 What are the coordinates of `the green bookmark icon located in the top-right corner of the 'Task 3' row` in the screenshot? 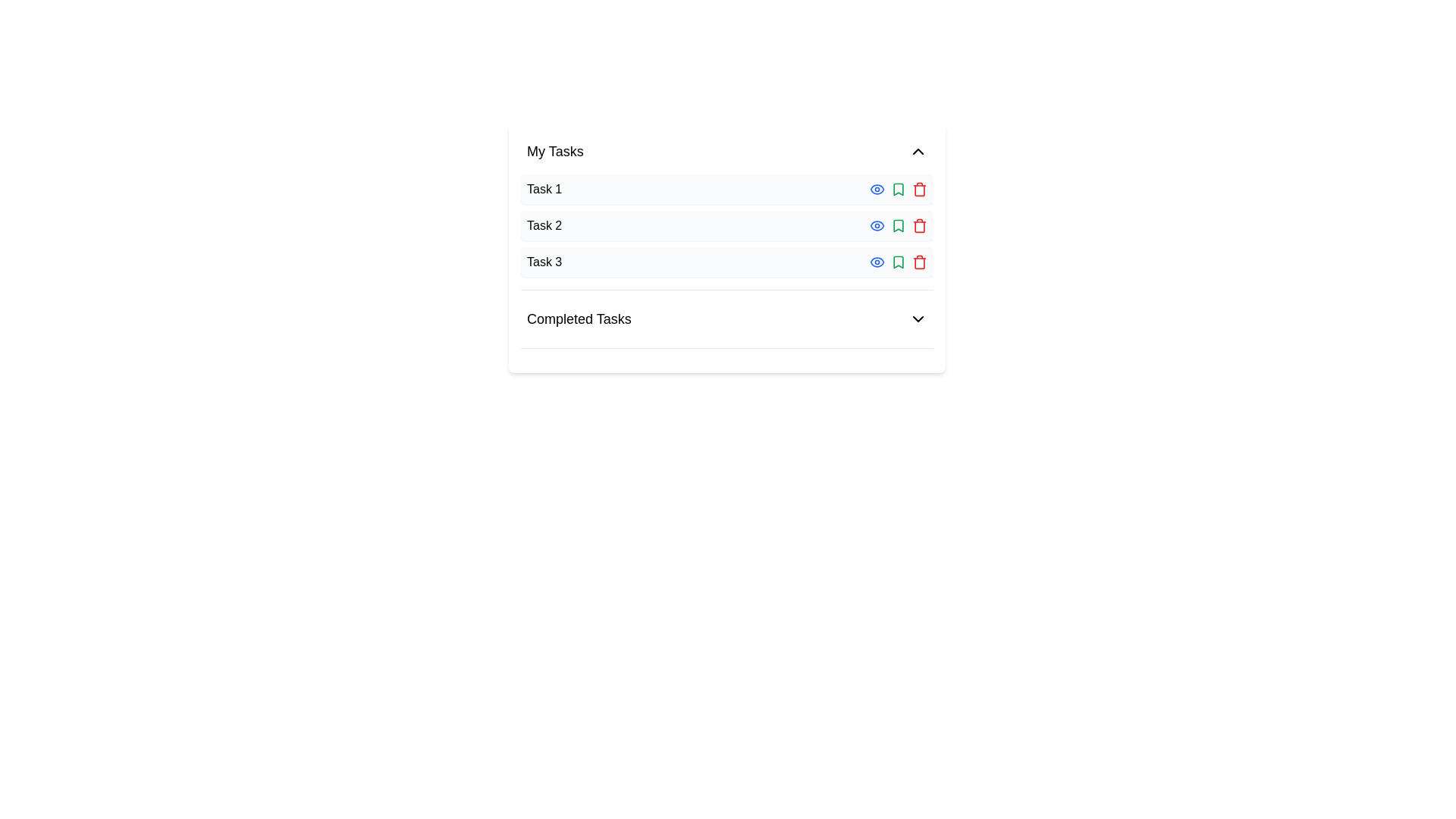 It's located at (899, 262).